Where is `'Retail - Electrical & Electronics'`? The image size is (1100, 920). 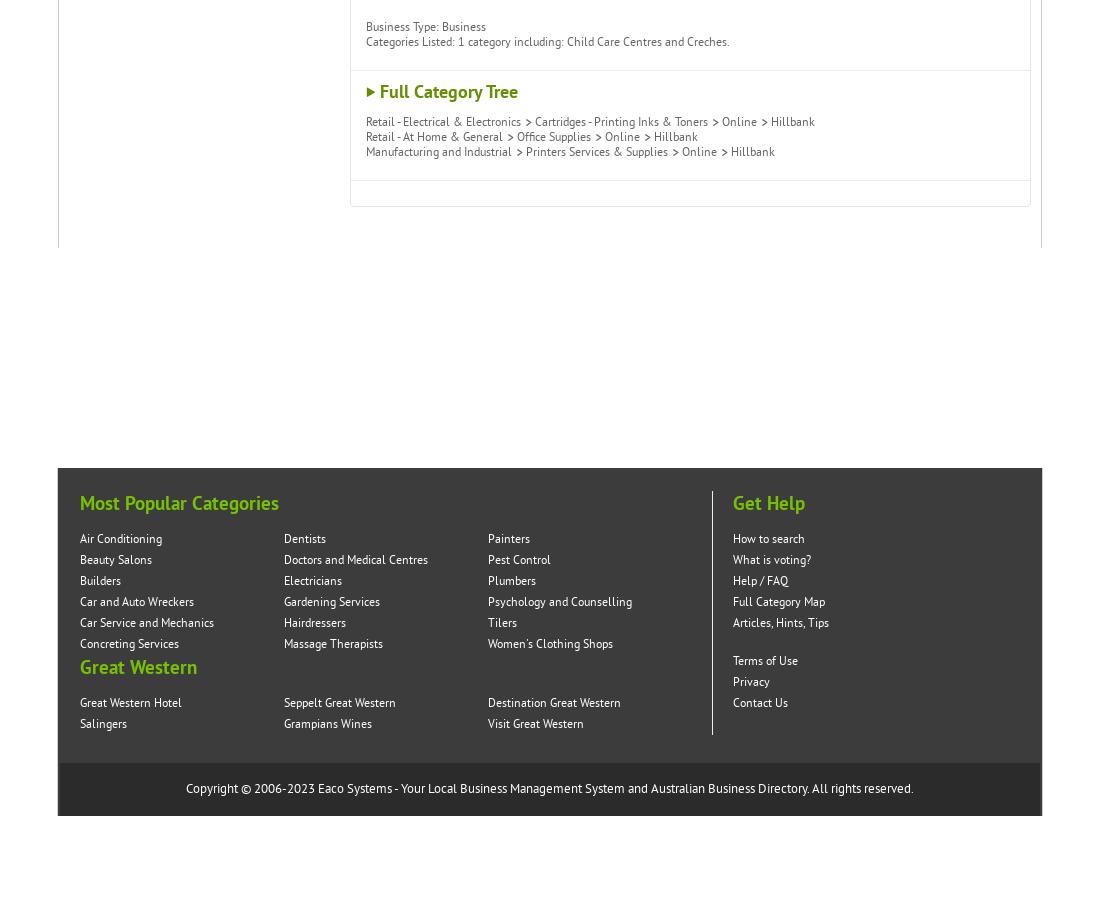
'Retail - Electrical & Electronics' is located at coordinates (365, 121).